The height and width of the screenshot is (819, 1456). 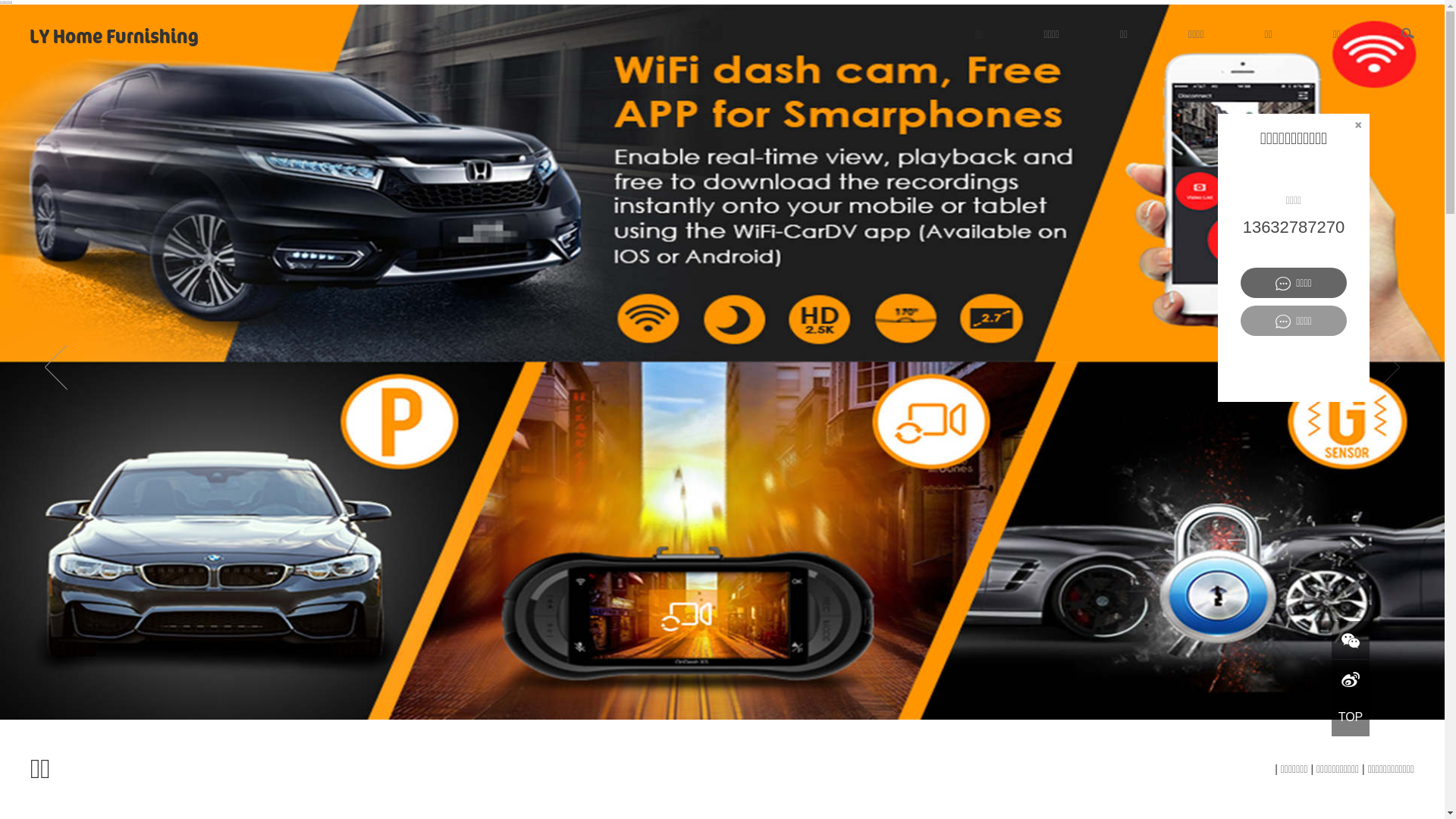 What do you see at coordinates (1350, 717) in the screenshot?
I see `'TOP'` at bounding box center [1350, 717].